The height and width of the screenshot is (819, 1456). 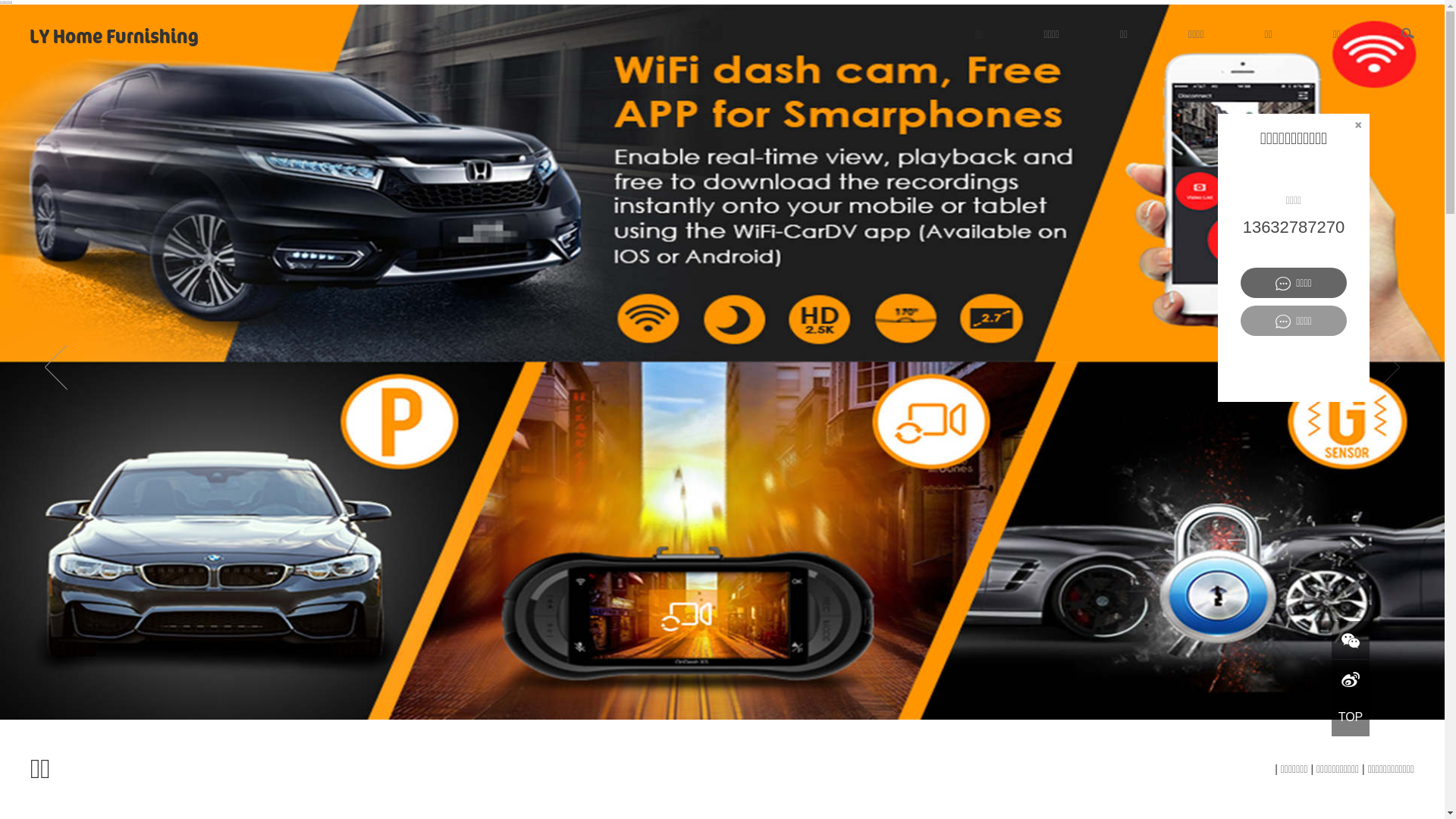 What do you see at coordinates (1350, 717) in the screenshot?
I see `'TOP'` at bounding box center [1350, 717].